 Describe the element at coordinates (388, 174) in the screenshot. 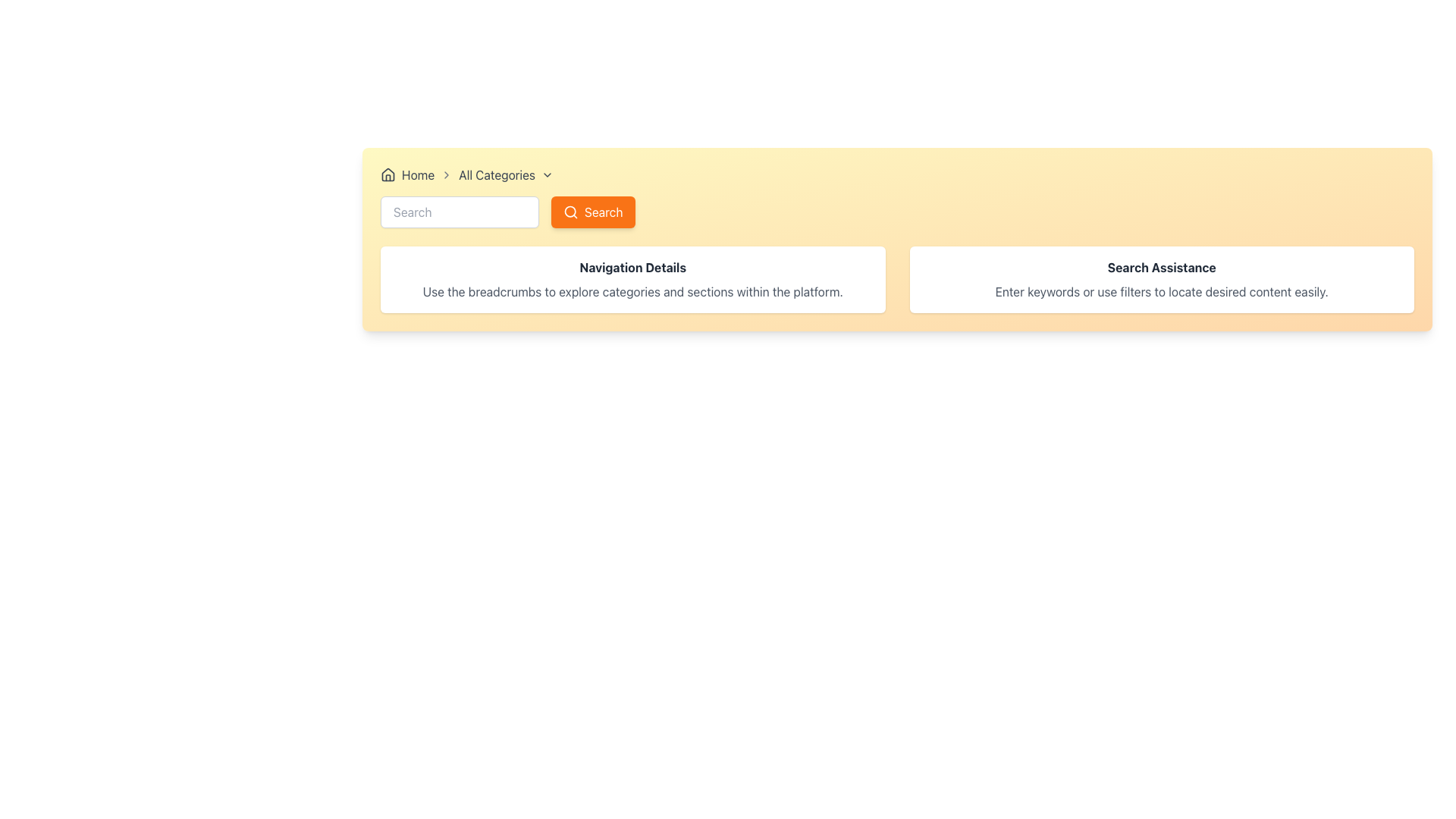

I see `the 'Home' icon located in the top left portion of the breadcrumb navigation bar` at that location.